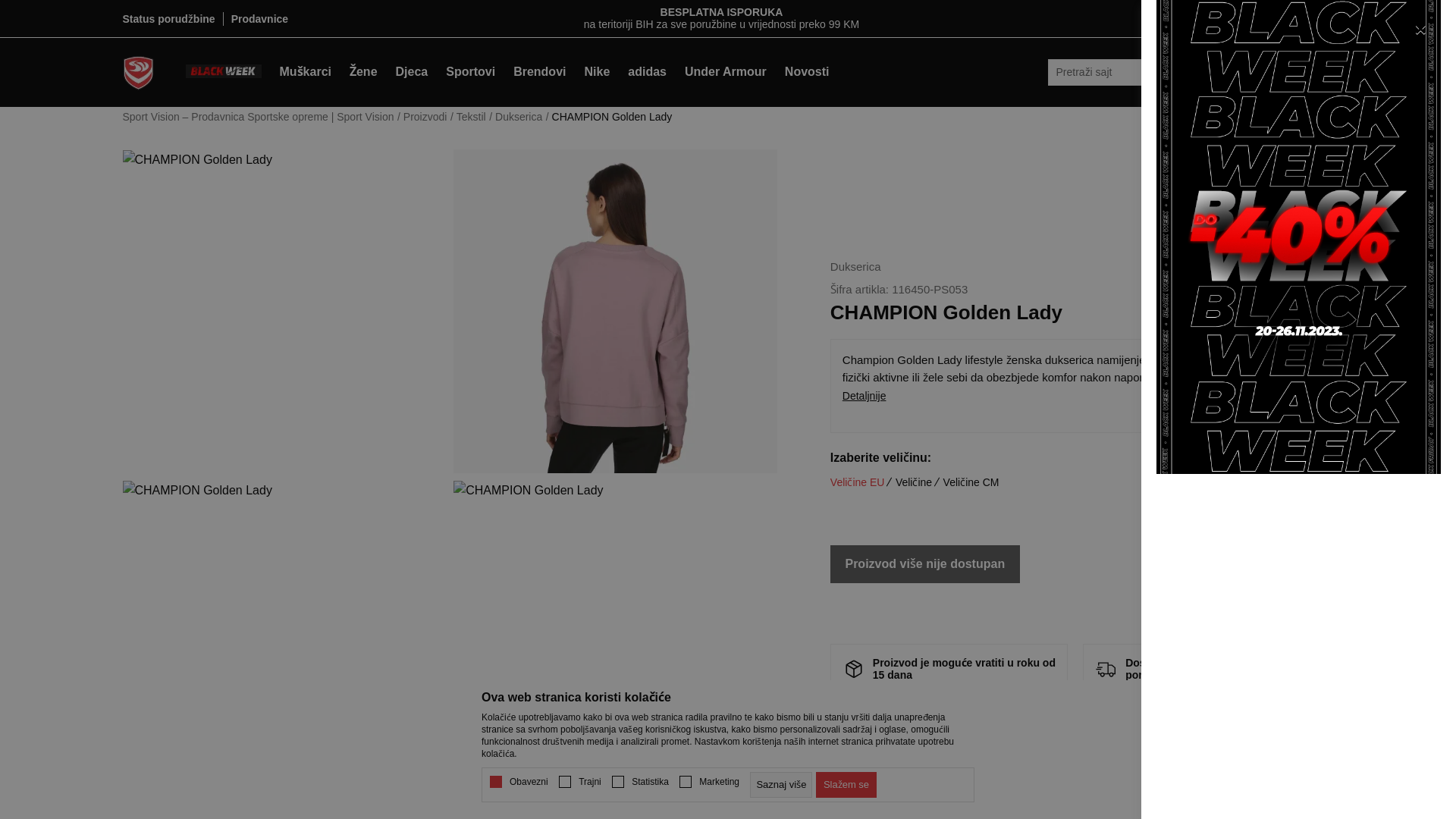 The height and width of the screenshot is (819, 1456). What do you see at coordinates (539, 72) in the screenshot?
I see `'Brendovi'` at bounding box center [539, 72].